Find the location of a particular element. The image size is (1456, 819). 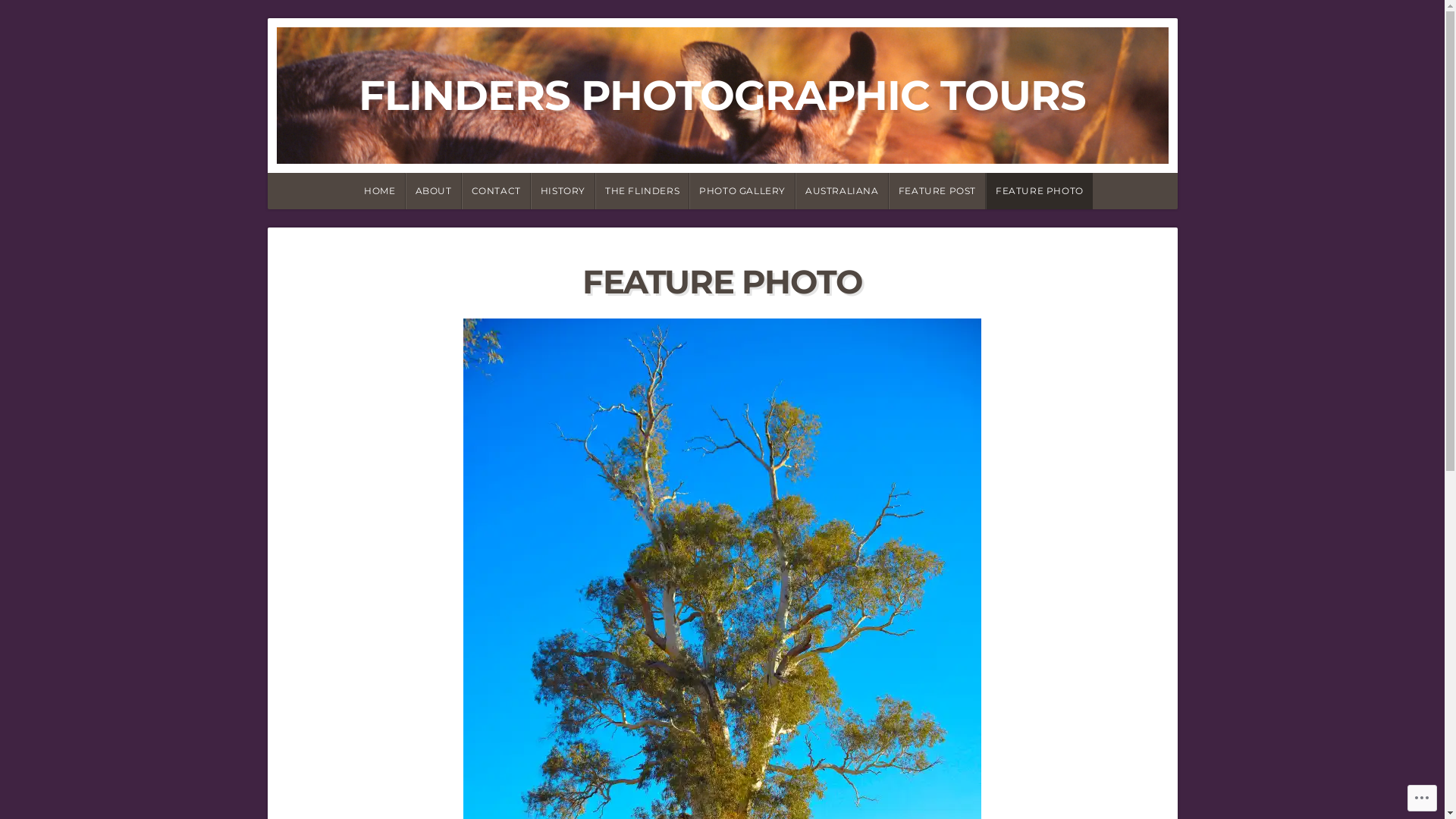

'FEATURE PHOTO' is located at coordinates (1038, 190).